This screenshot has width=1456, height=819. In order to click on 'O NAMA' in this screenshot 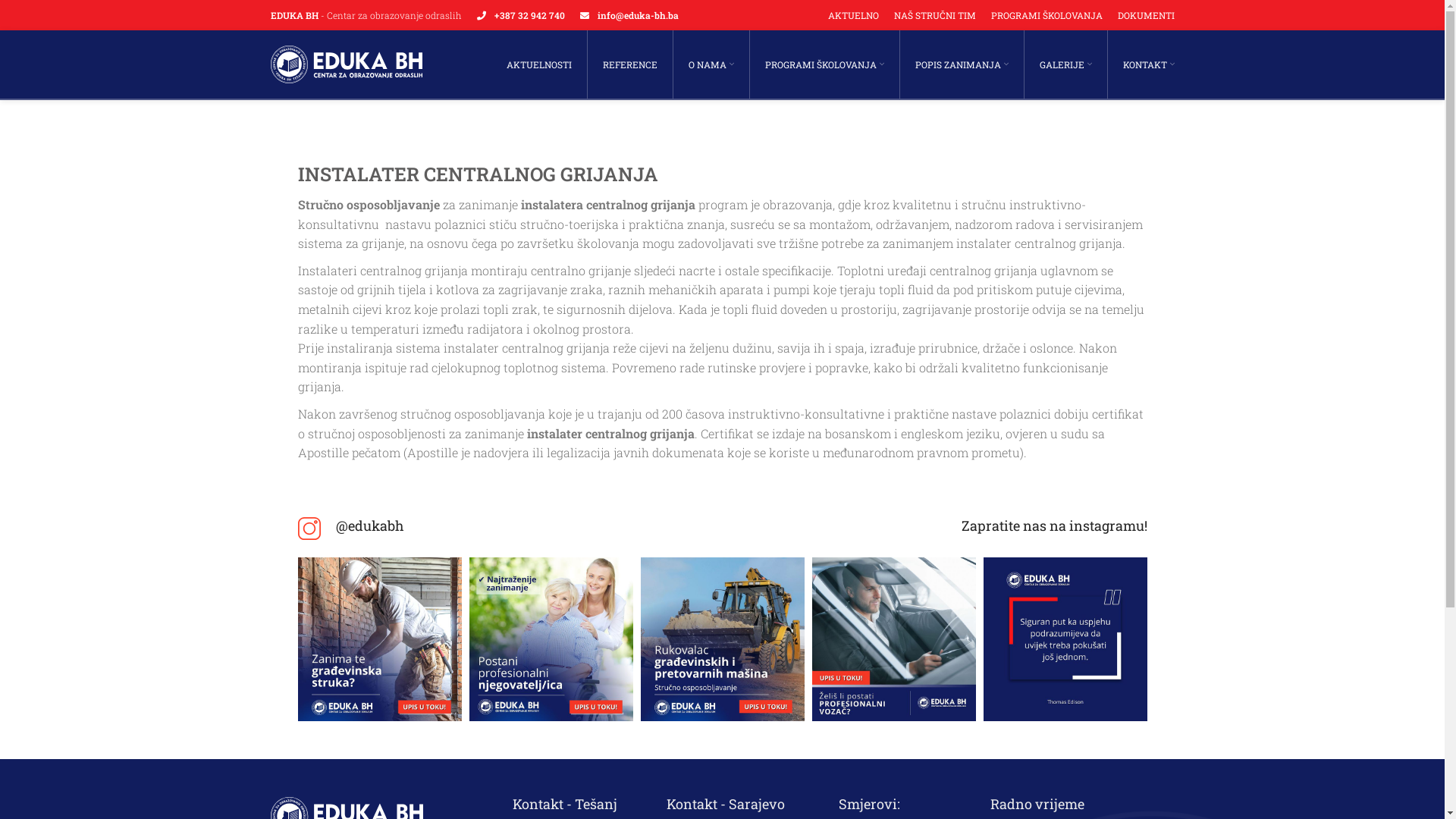, I will do `click(710, 63)`.